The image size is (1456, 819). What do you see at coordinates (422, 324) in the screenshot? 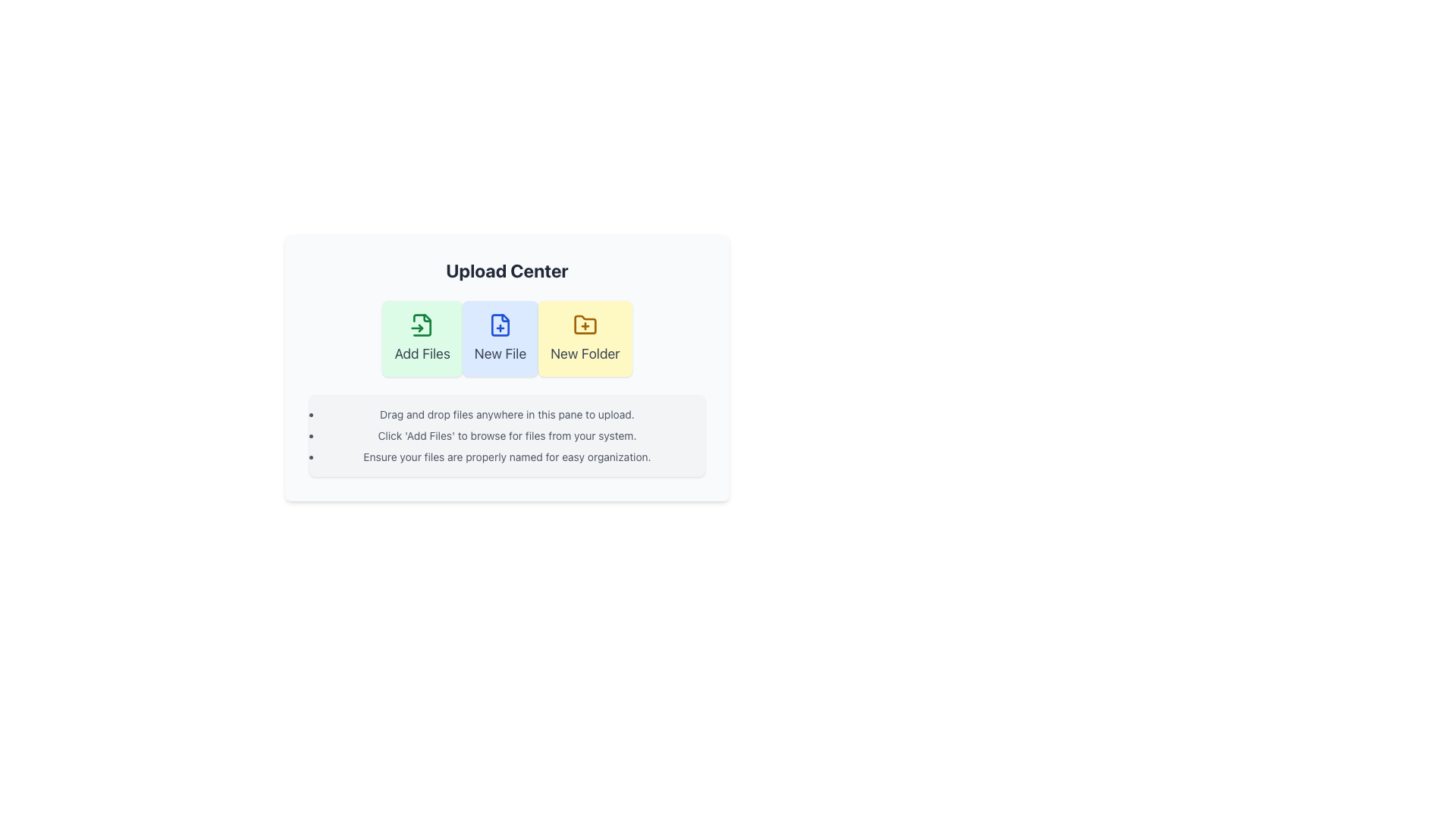
I see `the first icon in the 'Add Files' option within the 'Upload Center', which visually indicates the functionality for adding files` at bounding box center [422, 324].